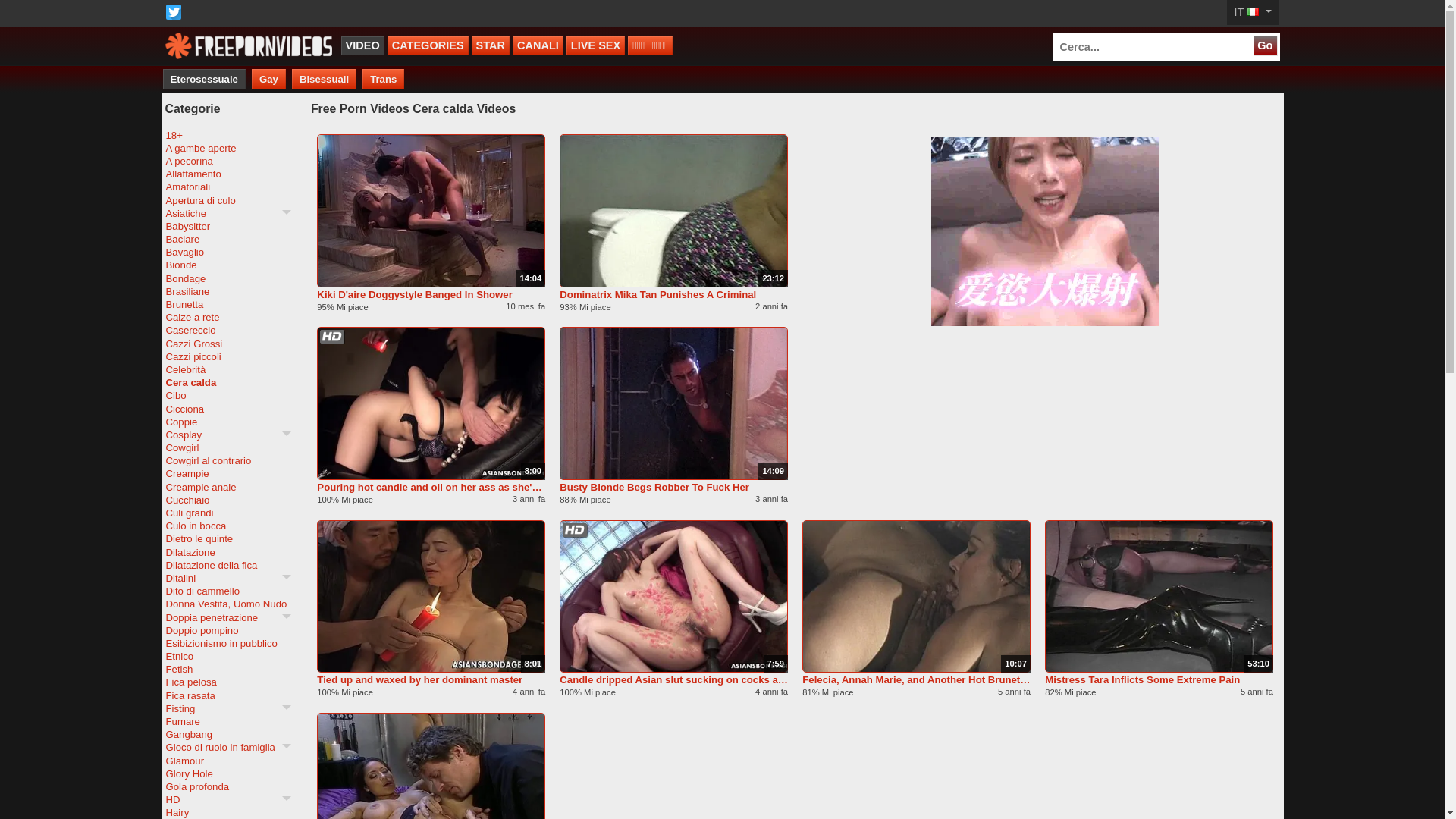 Image resolution: width=1456 pixels, height=819 pixels. What do you see at coordinates (227, 291) in the screenshot?
I see `'Brasiliane'` at bounding box center [227, 291].